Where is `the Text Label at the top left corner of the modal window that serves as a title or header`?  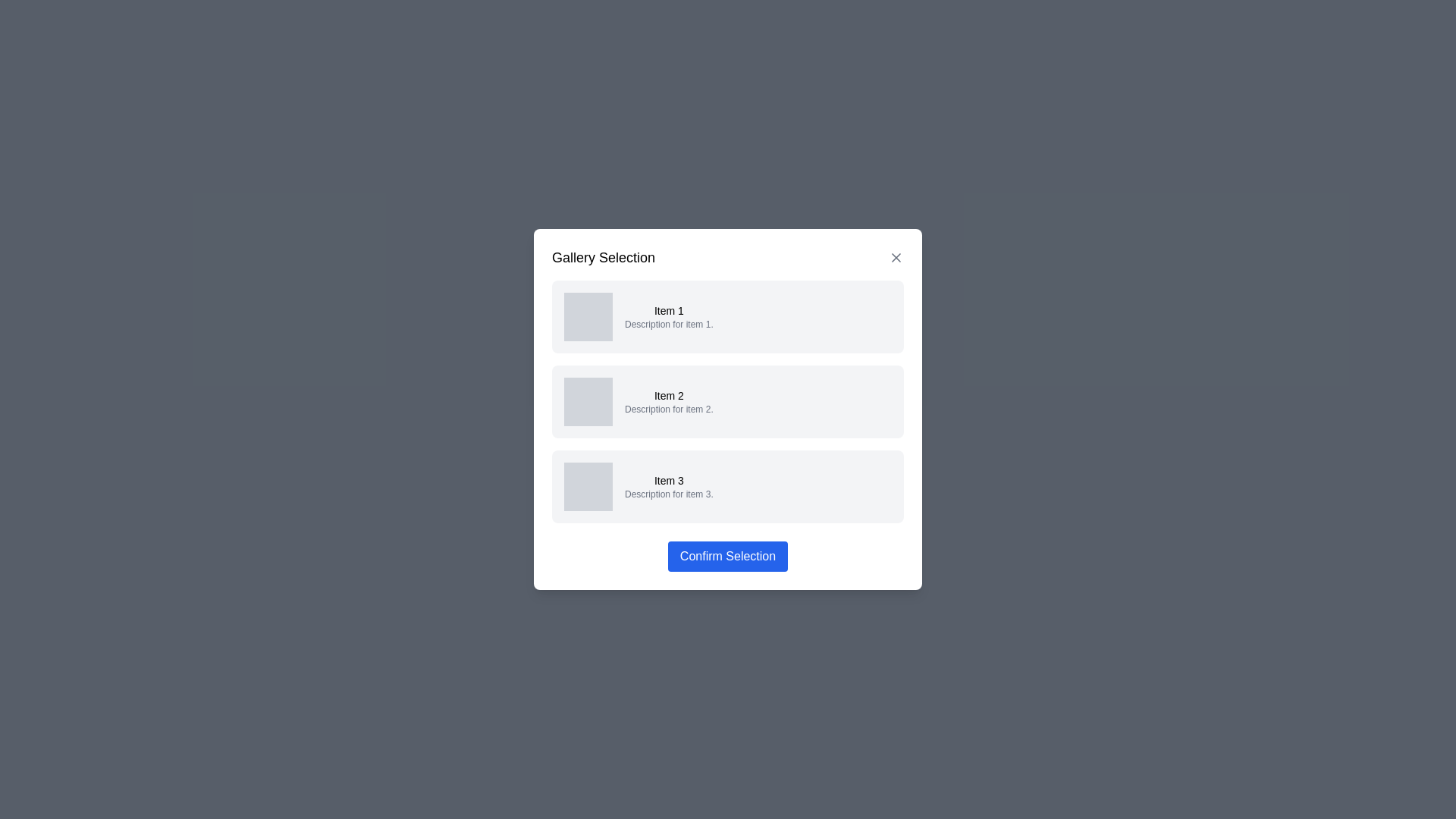 the Text Label at the top left corner of the modal window that serves as a title or header is located at coordinates (603, 256).